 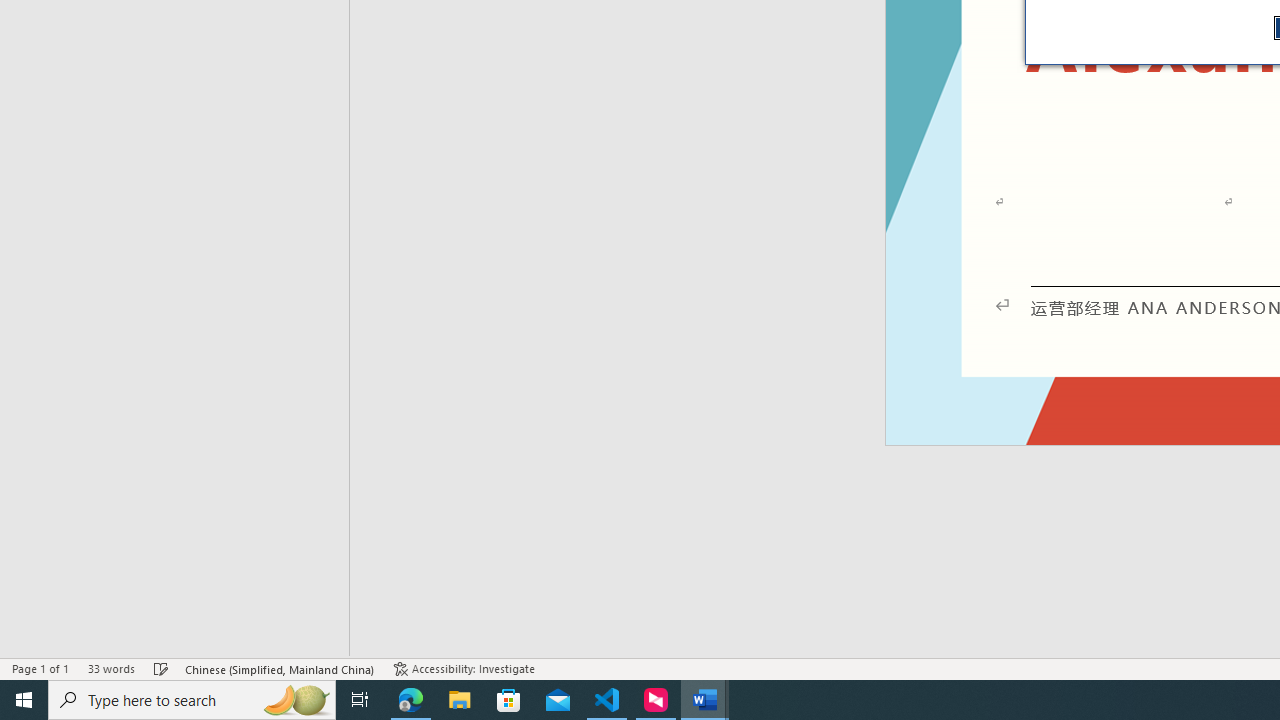 What do you see at coordinates (24, 698) in the screenshot?
I see `'Start'` at bounding box center [24, 698].